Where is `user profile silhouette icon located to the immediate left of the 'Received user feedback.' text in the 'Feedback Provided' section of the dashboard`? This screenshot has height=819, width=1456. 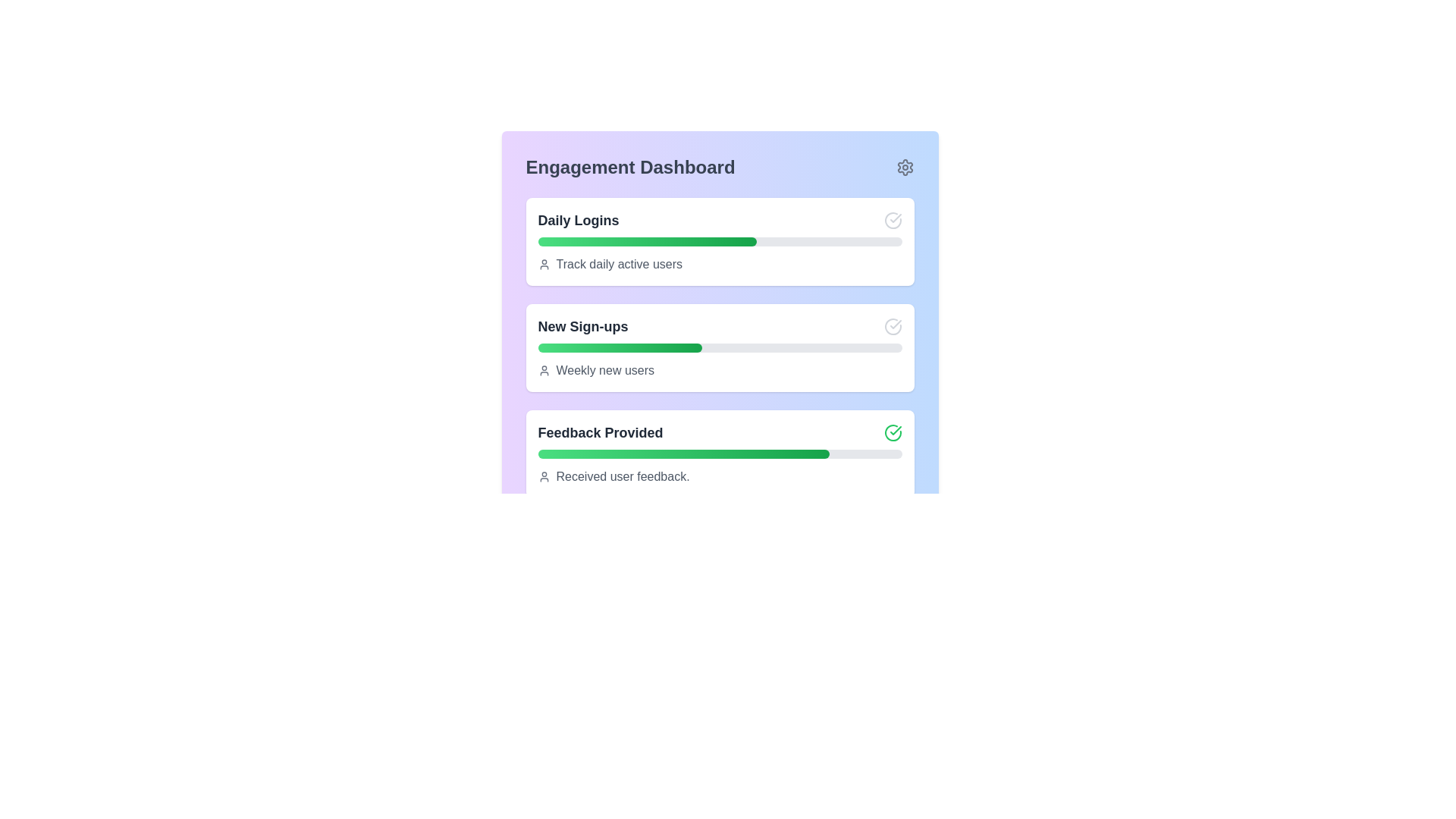 user profile silhouette icon located to the immediate left of the 'Received user feedback.' text in the 'Feedback Provided' section of the dashboard is located at coordinates (544, 475).